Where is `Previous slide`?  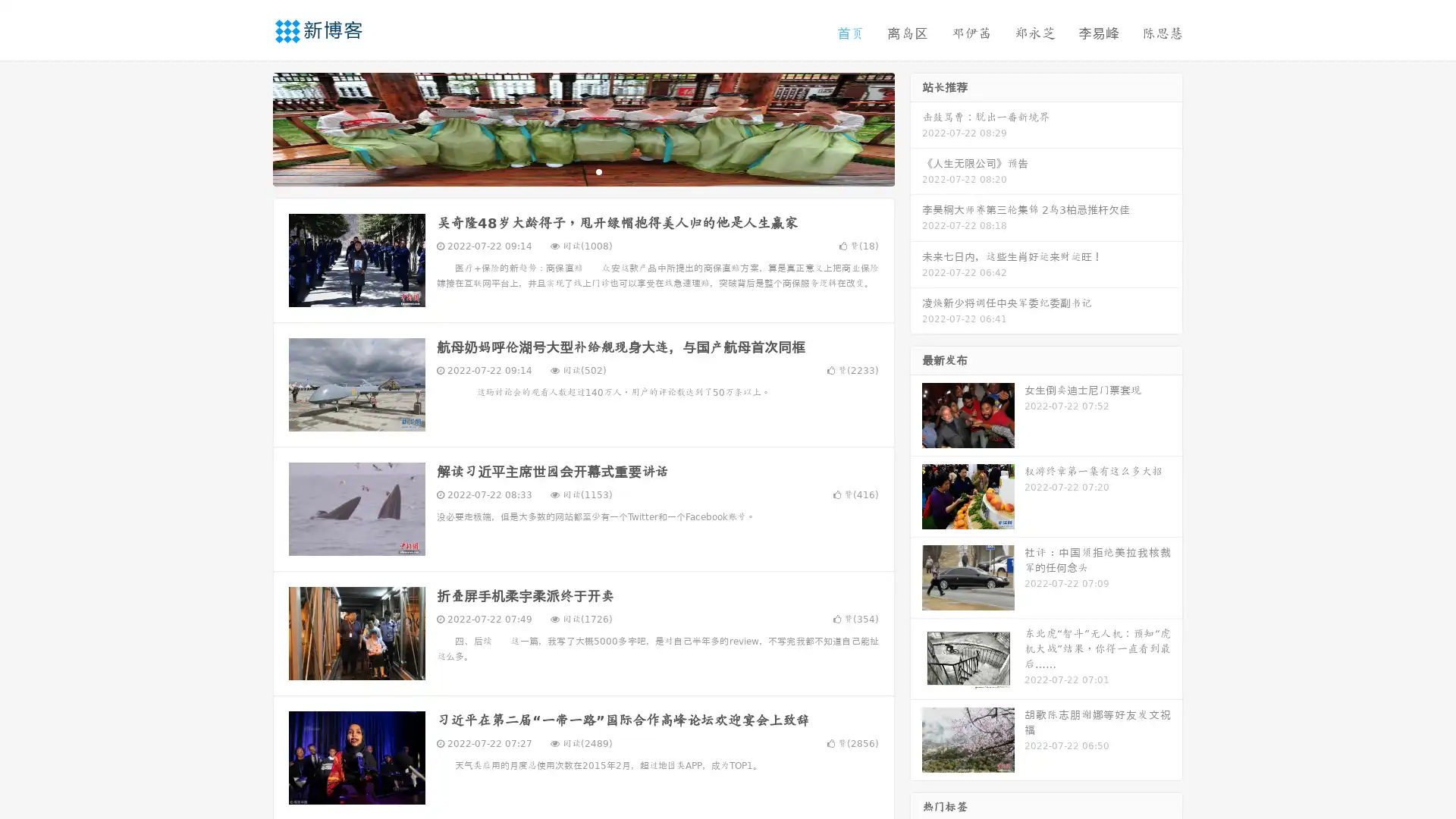
Previous slide is located at coordinates (250, 127).